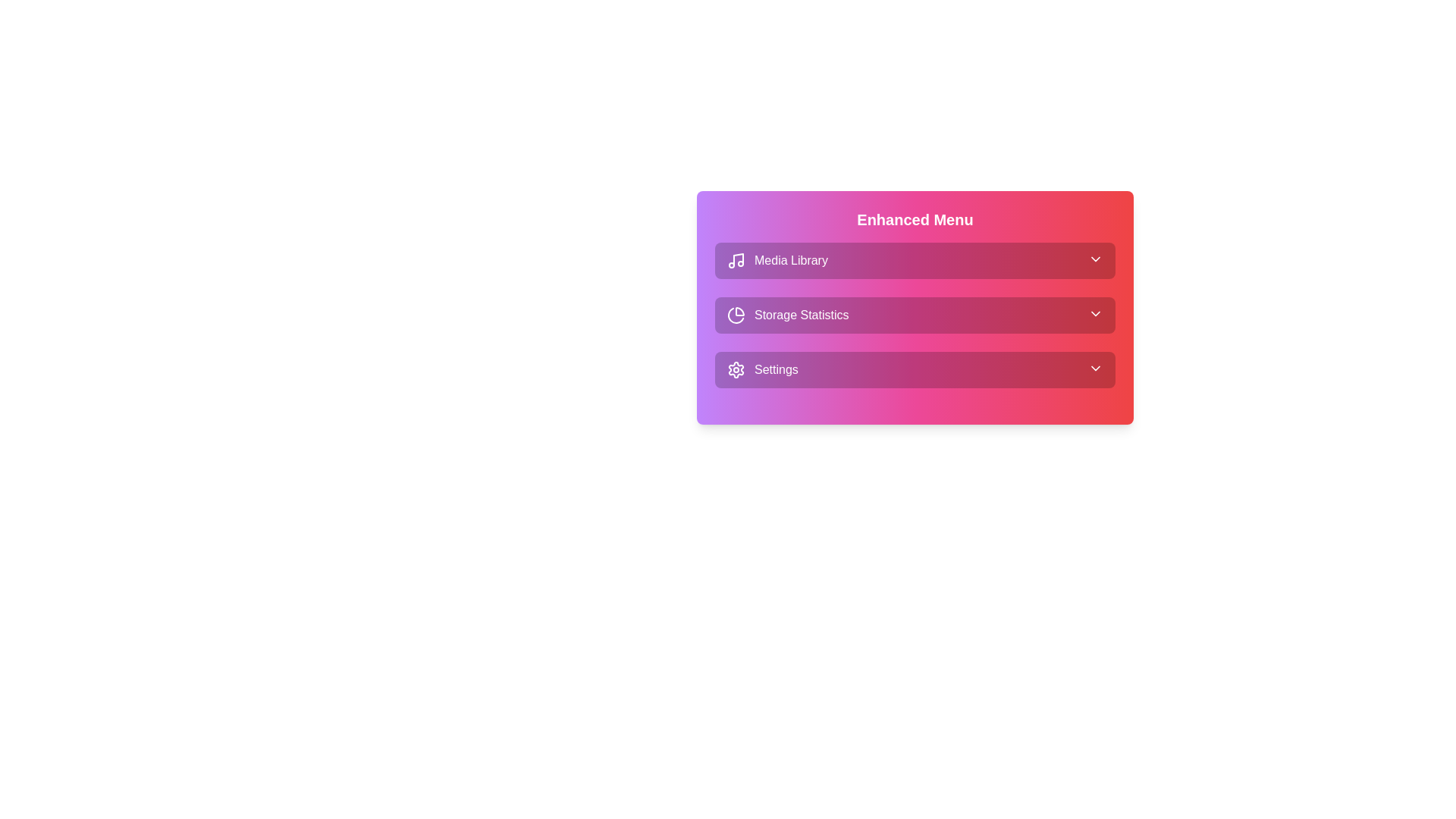 The image size is (1456, 819). I want to click on the downward-pointing chevron icon button located in the top-right corner of the 'Media Library' button within the 'Enhanced Menu' interface, so click(1095, 259).